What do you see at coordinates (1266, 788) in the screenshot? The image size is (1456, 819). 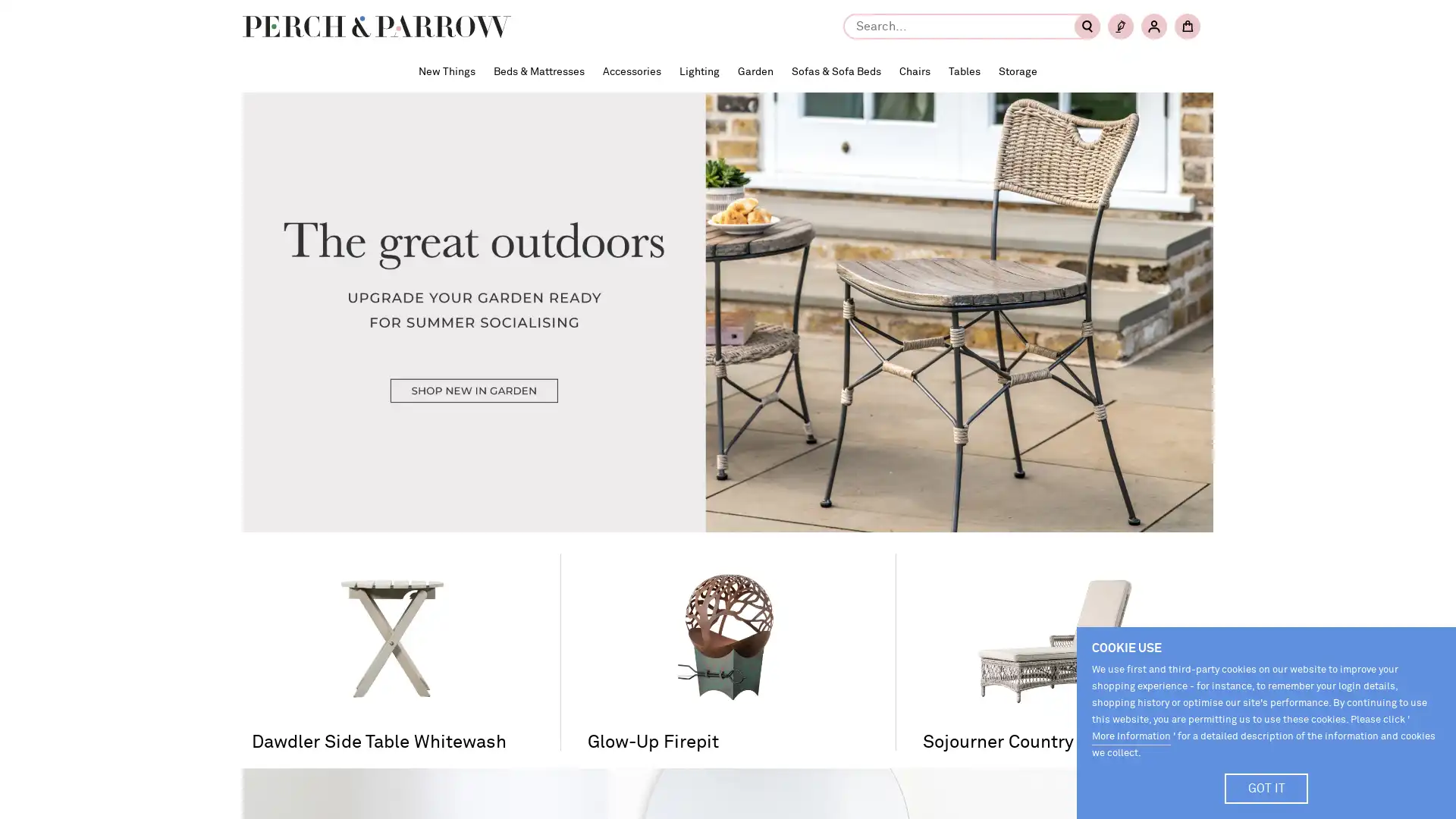 I see `GOT IT` at bounding box center [1266, 788].